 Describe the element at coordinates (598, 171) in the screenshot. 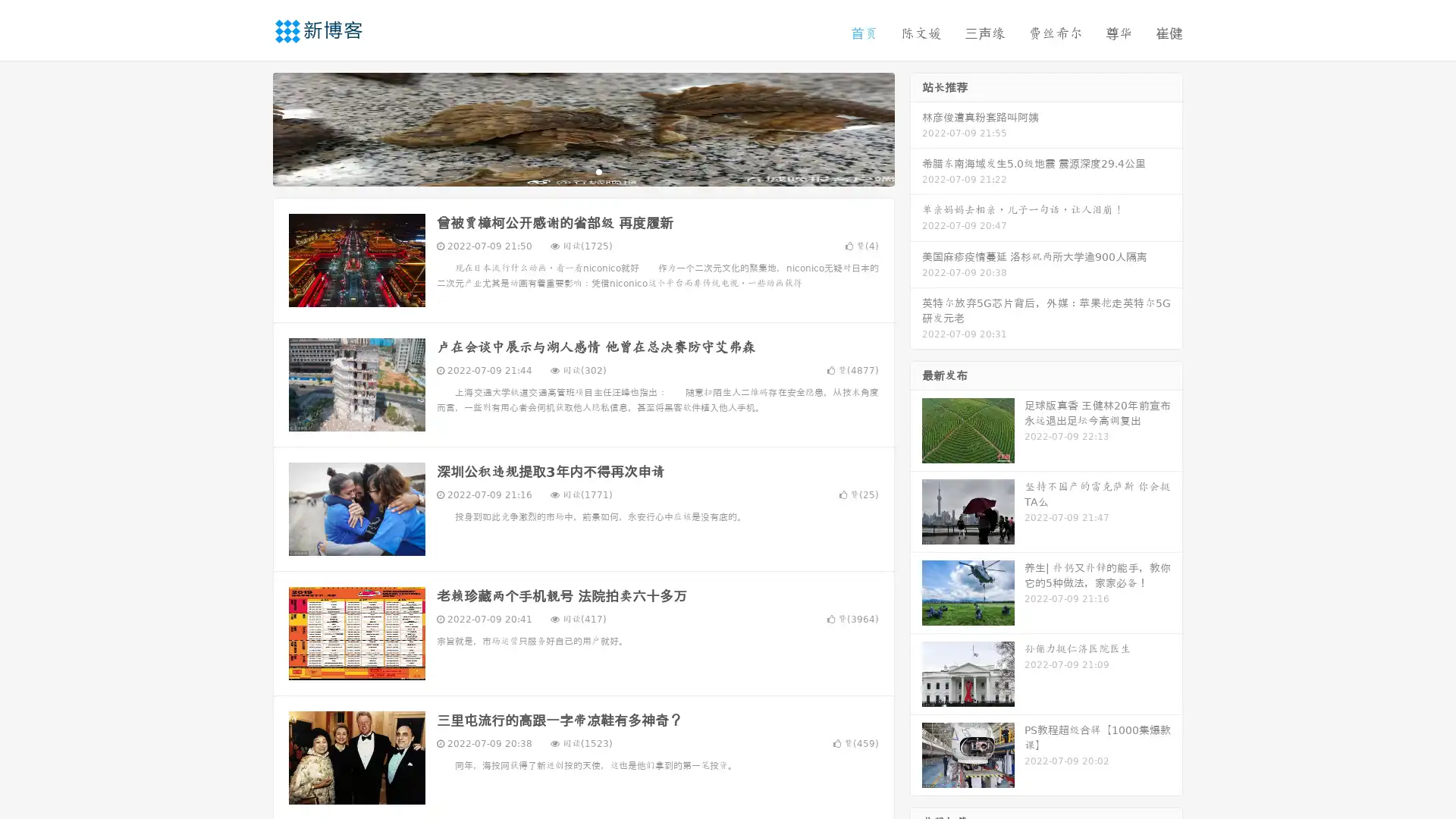

I see `Go to slide 3` at that location.